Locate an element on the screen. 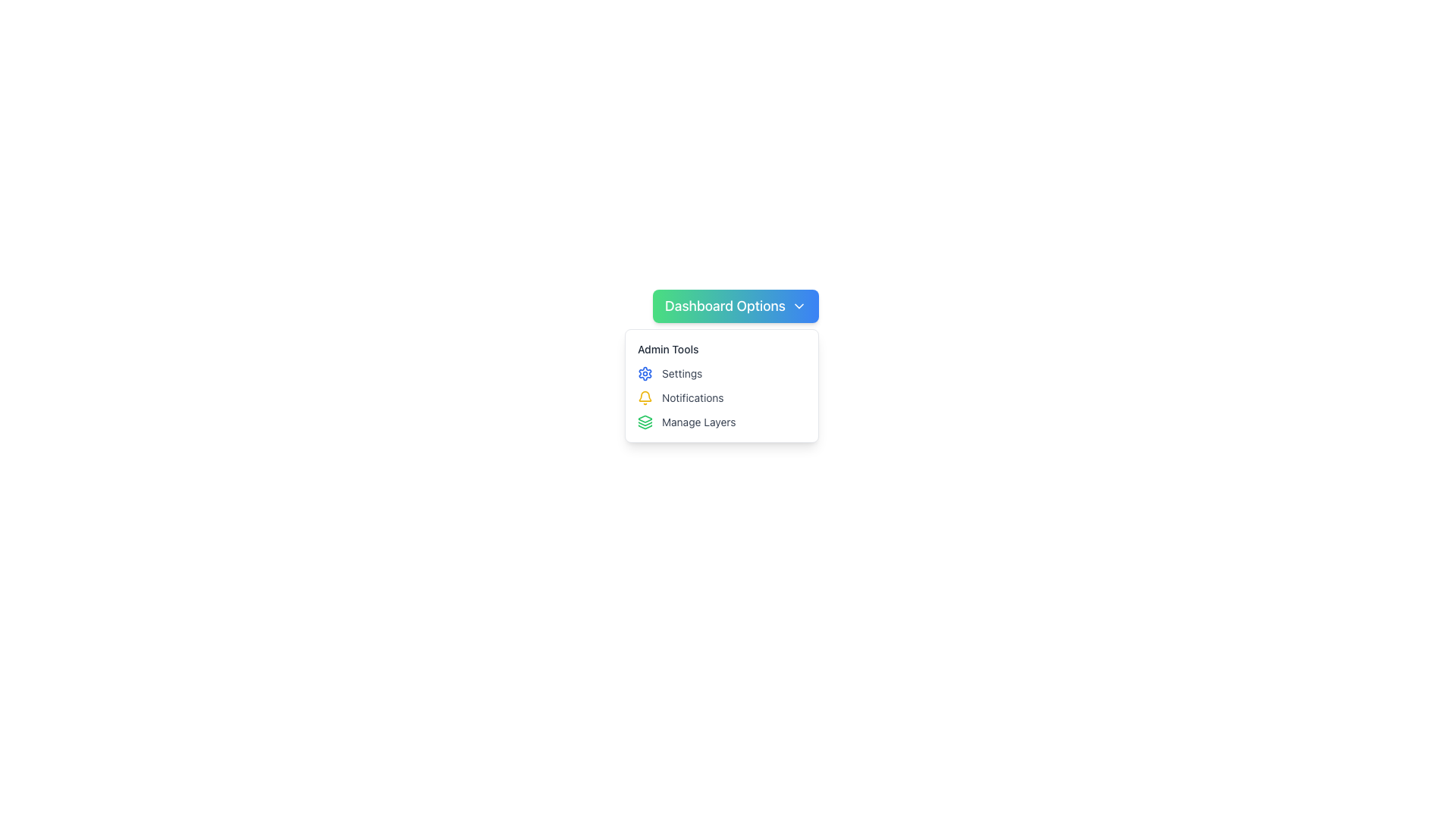  the gear icon located under the 'Dashboard Options' dropdown is located at coordinates (645, 374).